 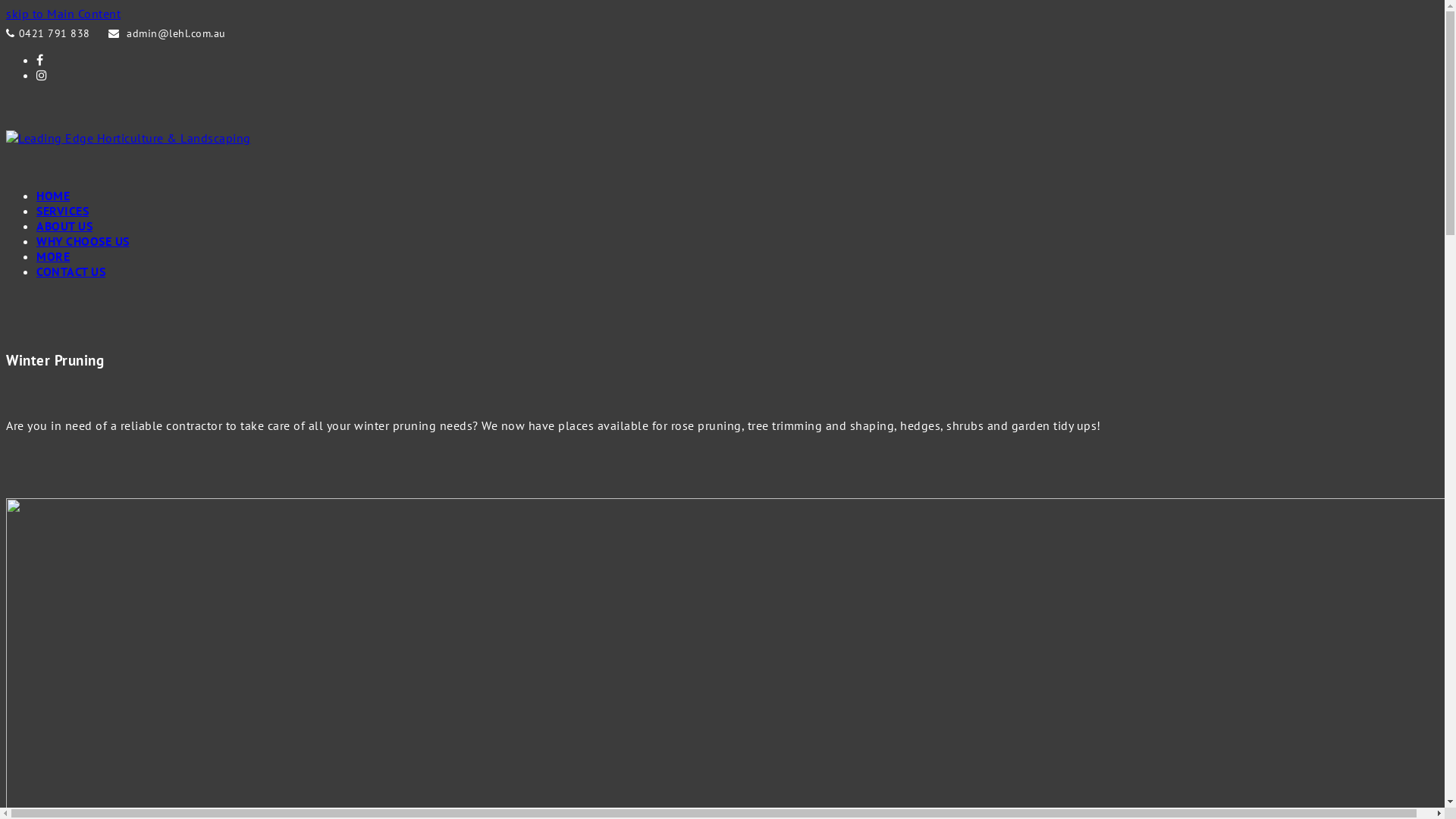 What do you see at coordinates (70, 271) in the screenshot?
I see `'CONTACT US'` at bounding box center [70, 271].